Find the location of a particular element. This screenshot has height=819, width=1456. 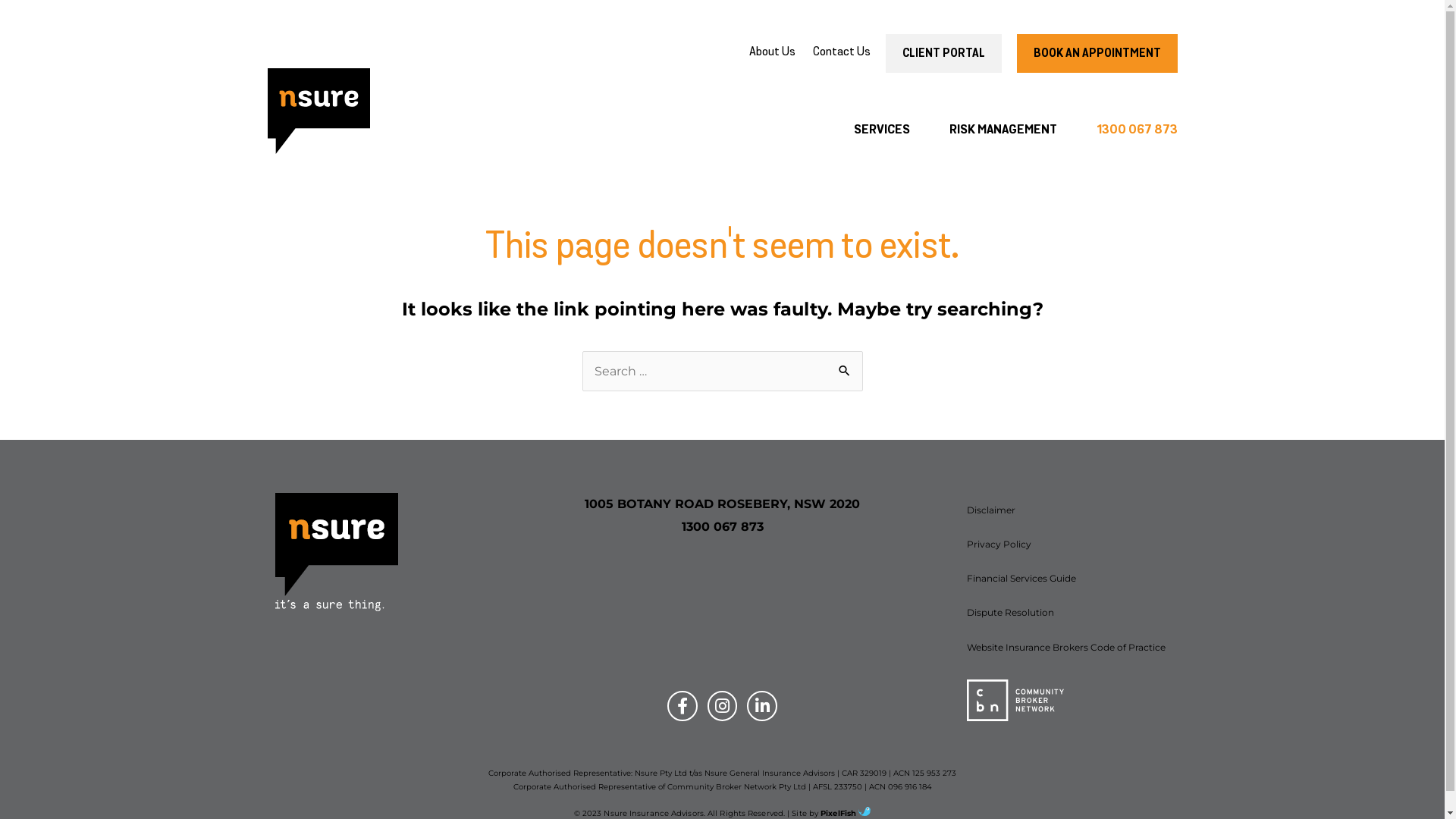

'BOOK AN APPOINTMENT' is located at coordinates (1096, 52).